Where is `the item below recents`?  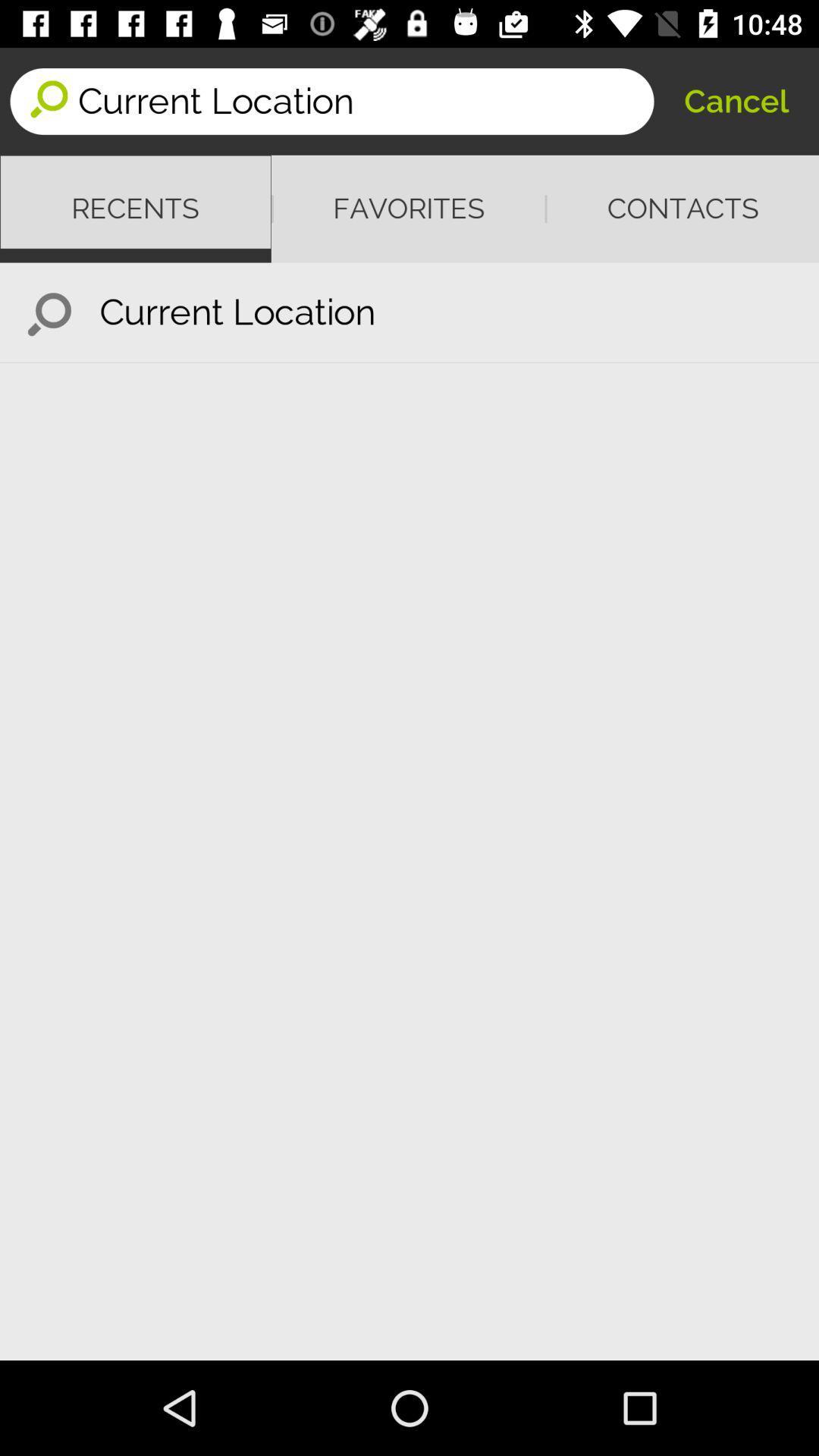 the item below recents is located at coordinates (49, 312).